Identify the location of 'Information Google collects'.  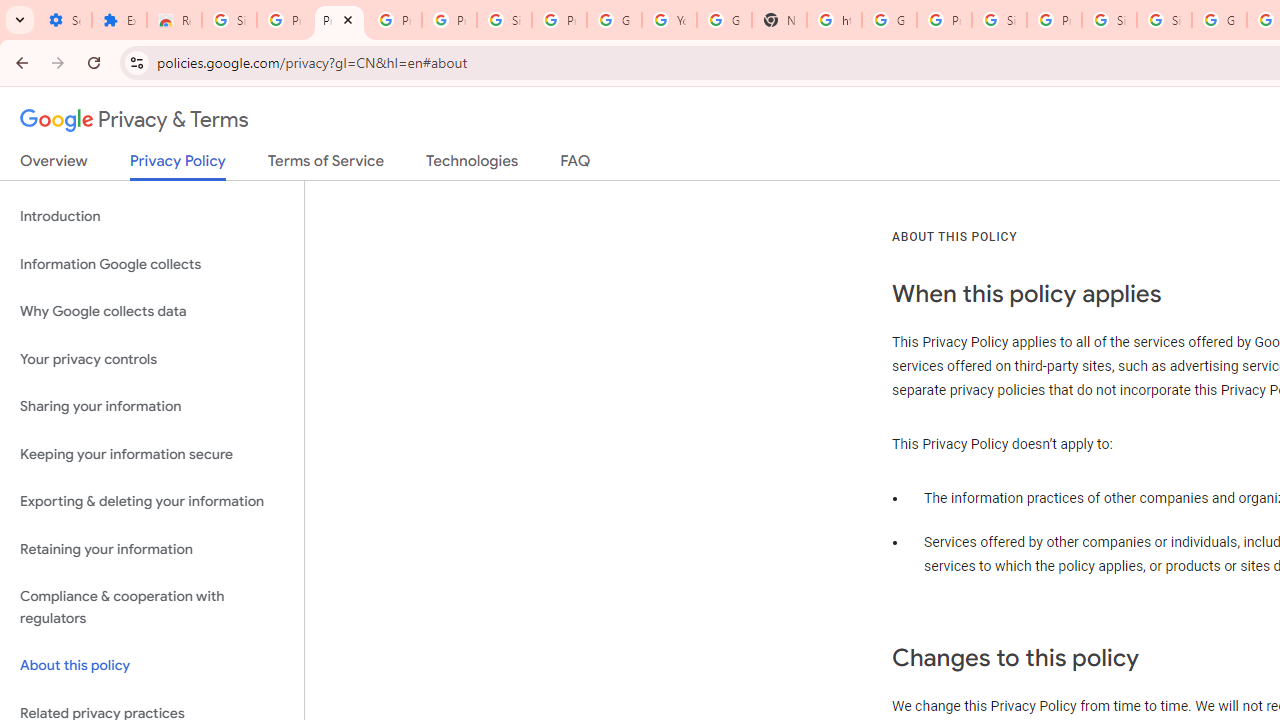
(151, 263).